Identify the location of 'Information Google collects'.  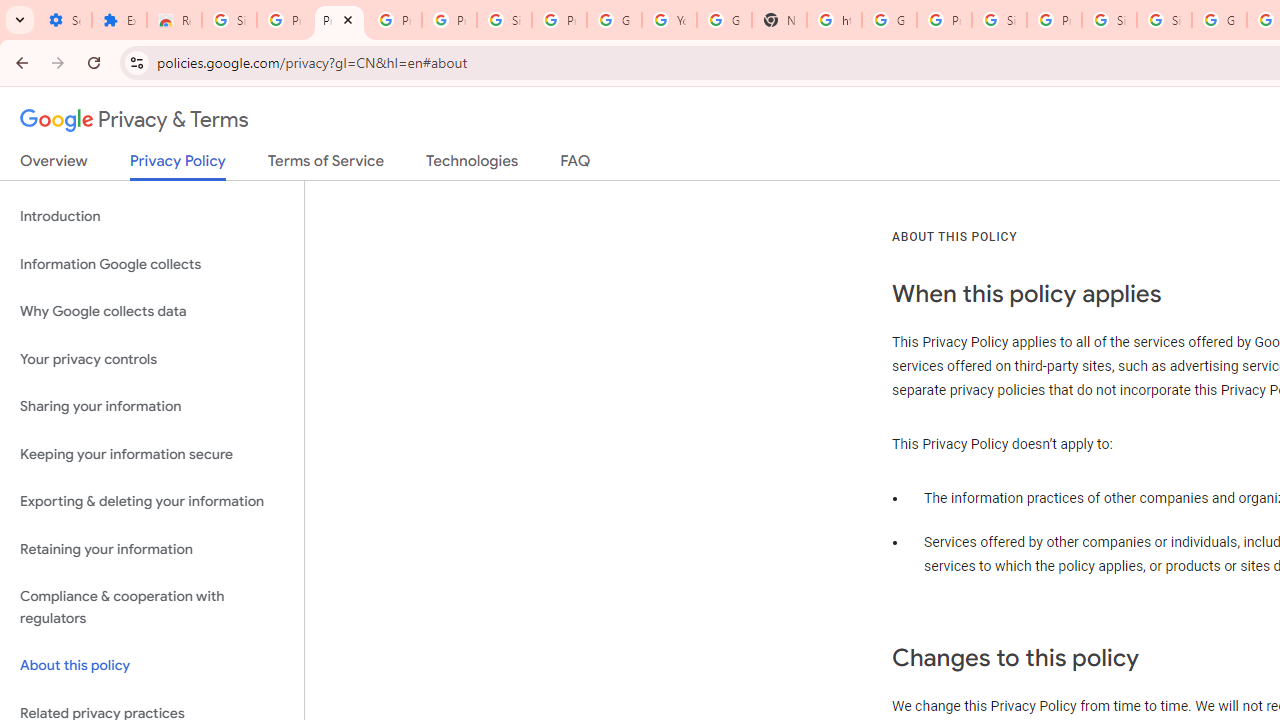
(151, 263).